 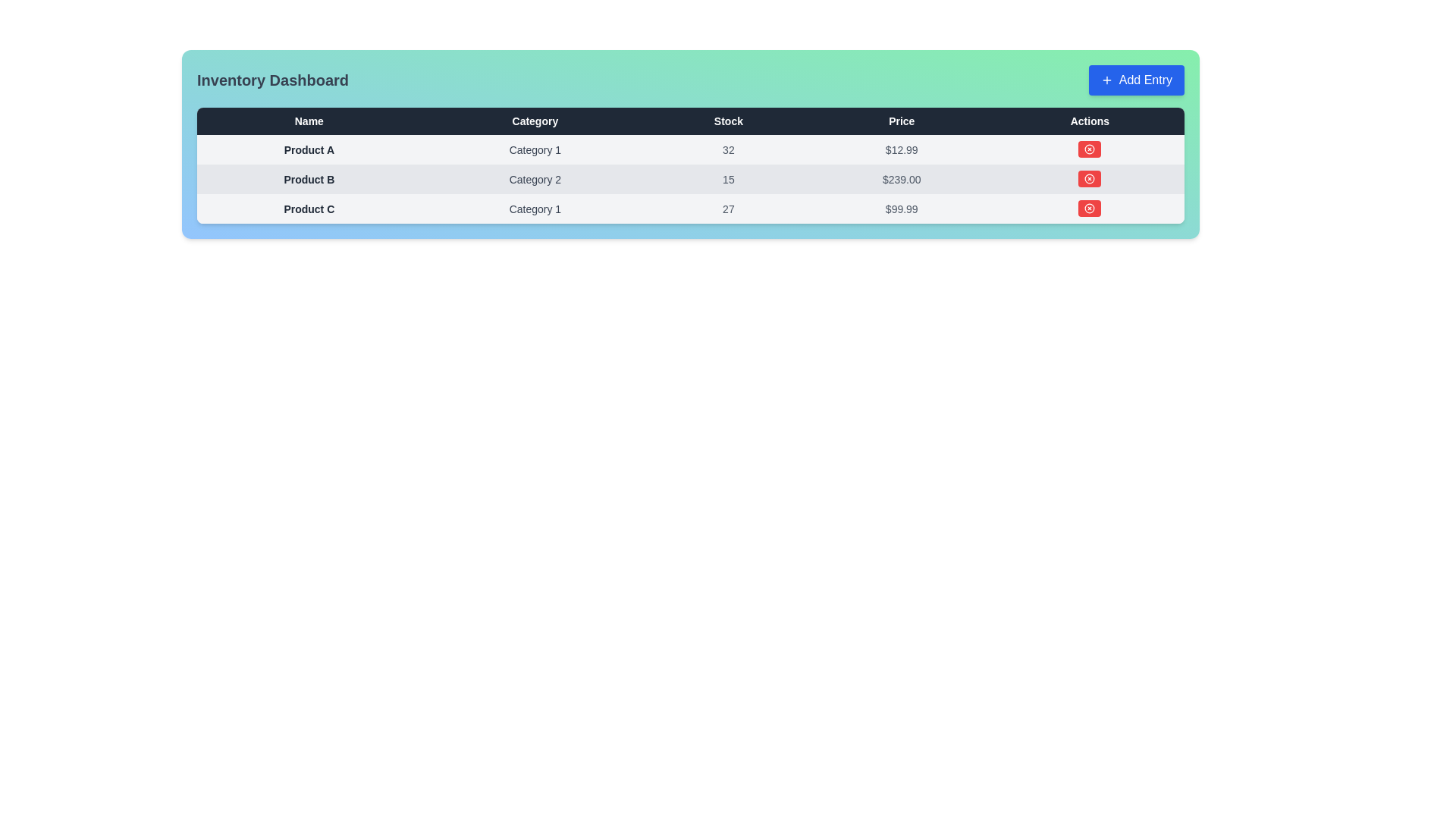 What do you see at coordinates (902, 120) in the screenshot?
I see `the text content of the 'Price' column header in the table, which is the fourth header to the right of 'Stock' and to the left of 'Actions'` at bounding box center [902, 120].